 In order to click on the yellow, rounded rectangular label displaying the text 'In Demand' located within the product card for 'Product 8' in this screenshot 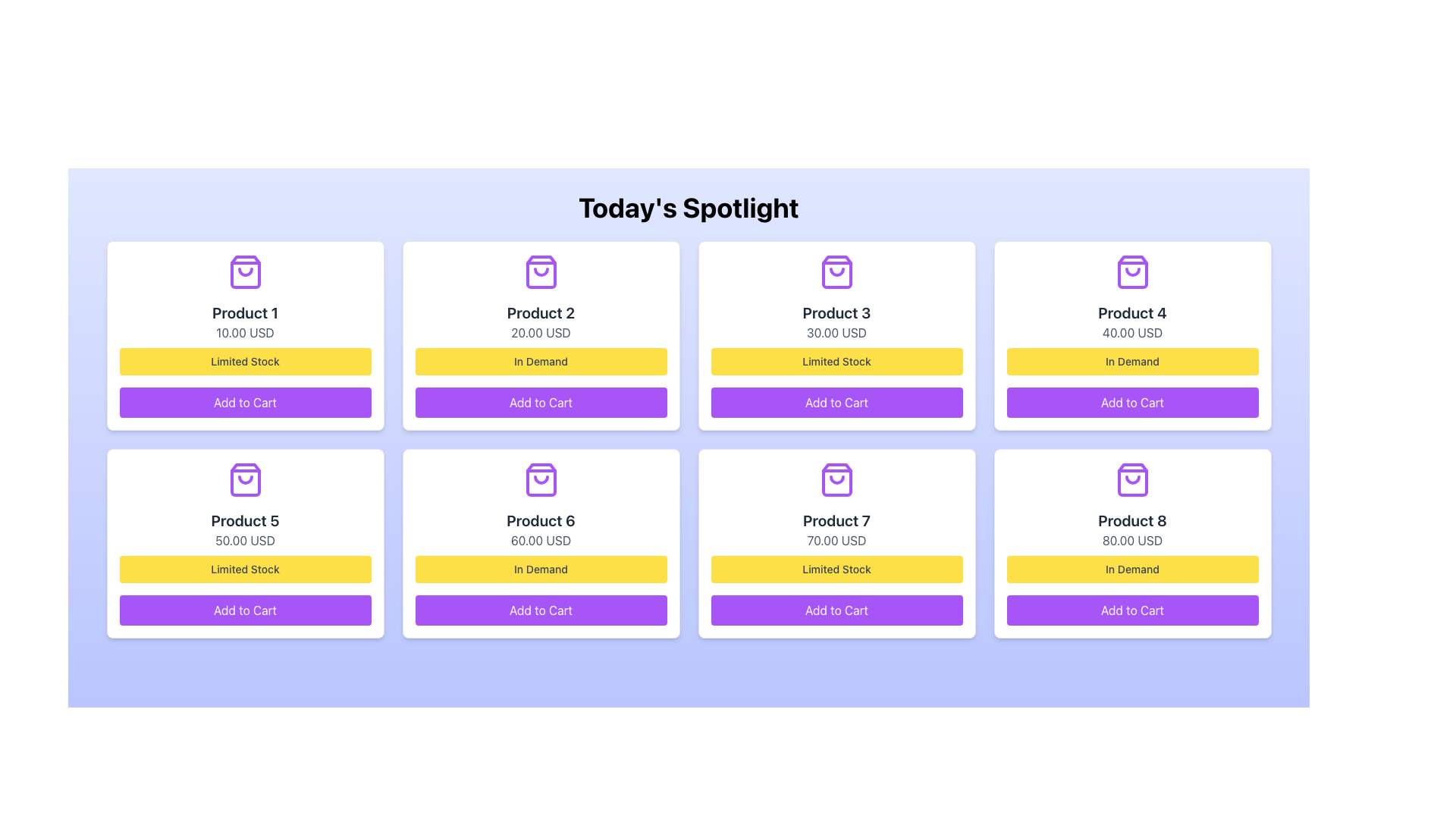, I will do `click(1132, 570)`.